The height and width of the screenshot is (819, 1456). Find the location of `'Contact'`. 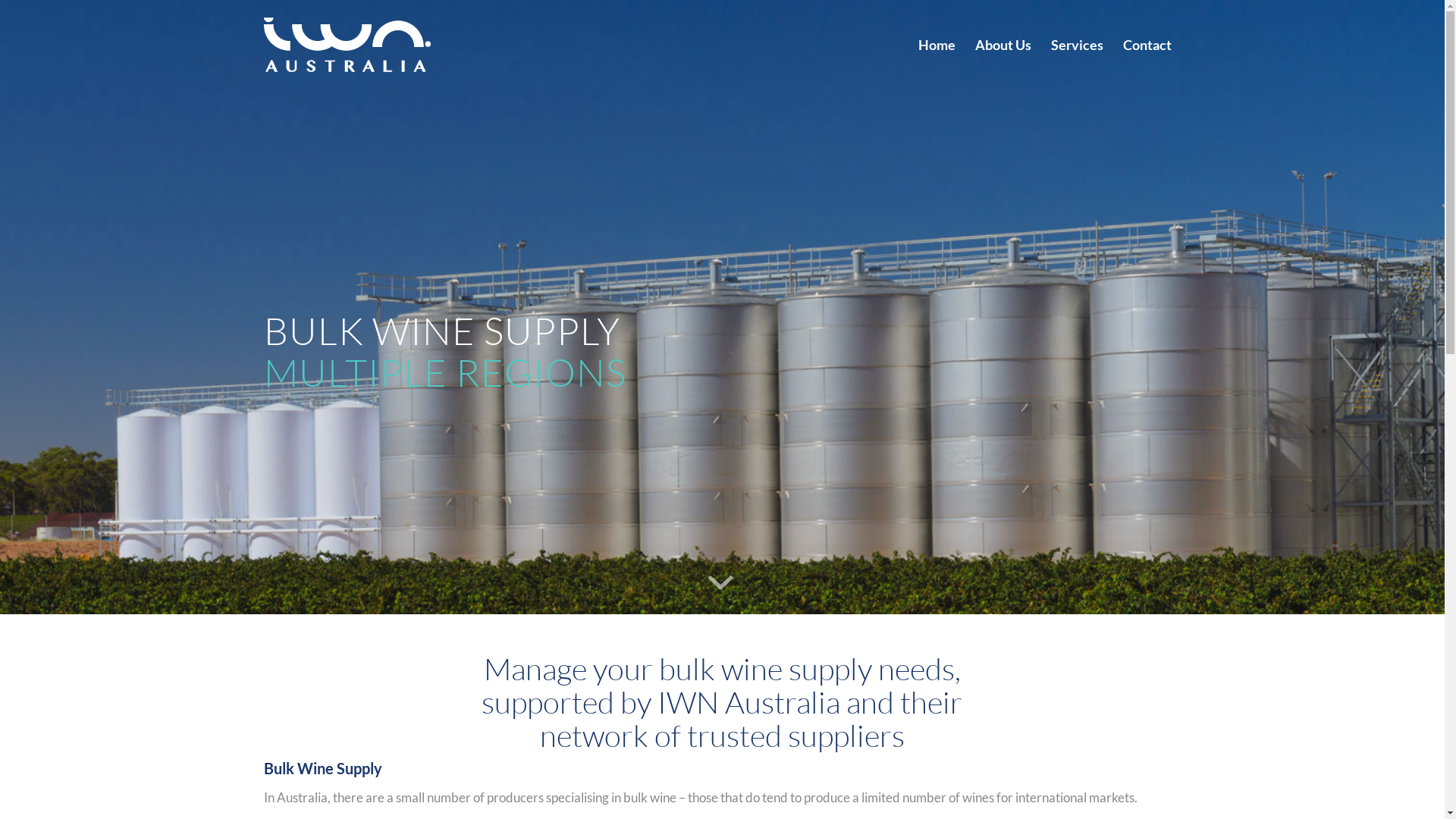

'Contact' is located at coordinates (1147, 43).